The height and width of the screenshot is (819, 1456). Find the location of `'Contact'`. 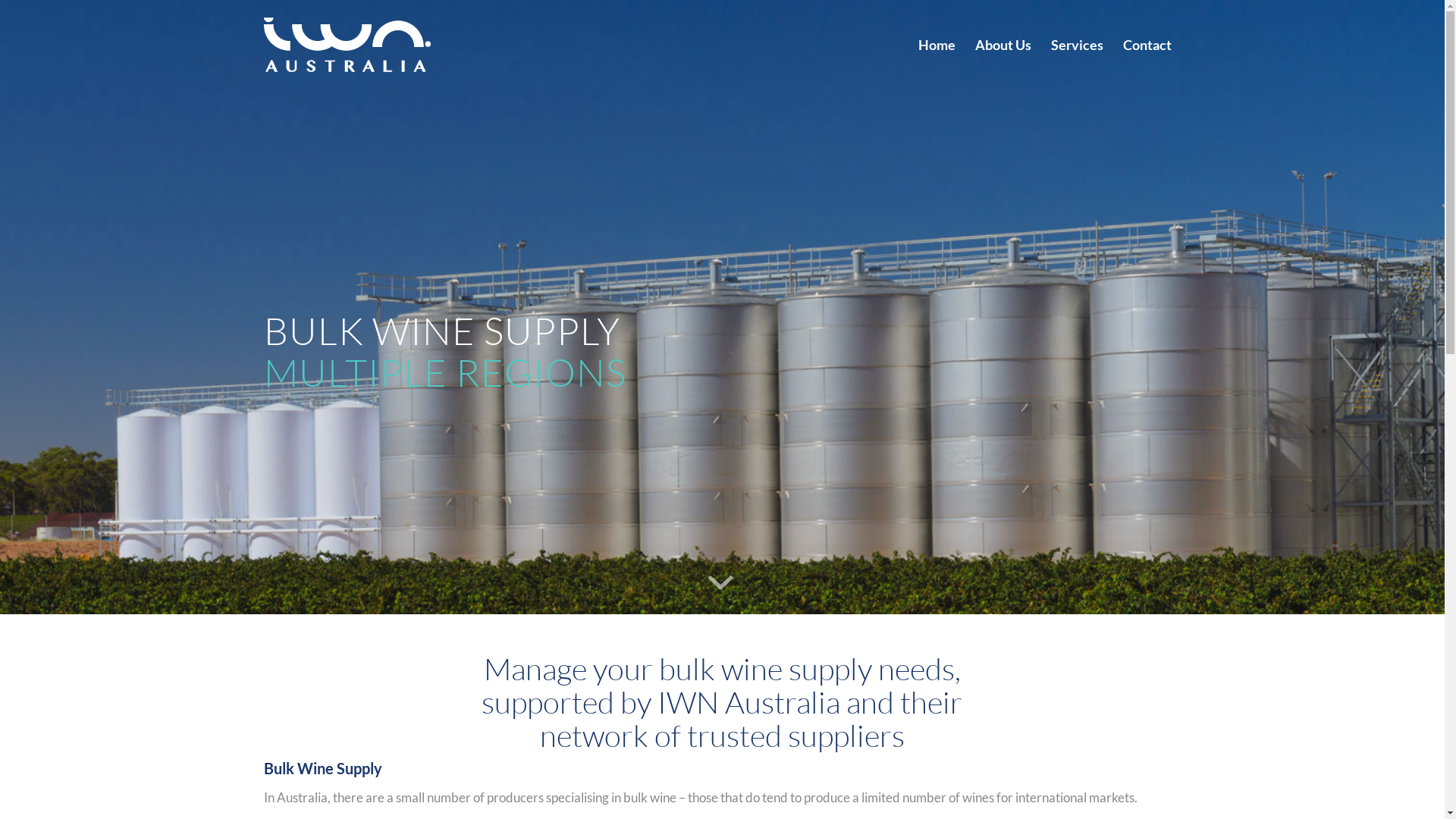

'Contact' is located at coordinates (1147, 43).